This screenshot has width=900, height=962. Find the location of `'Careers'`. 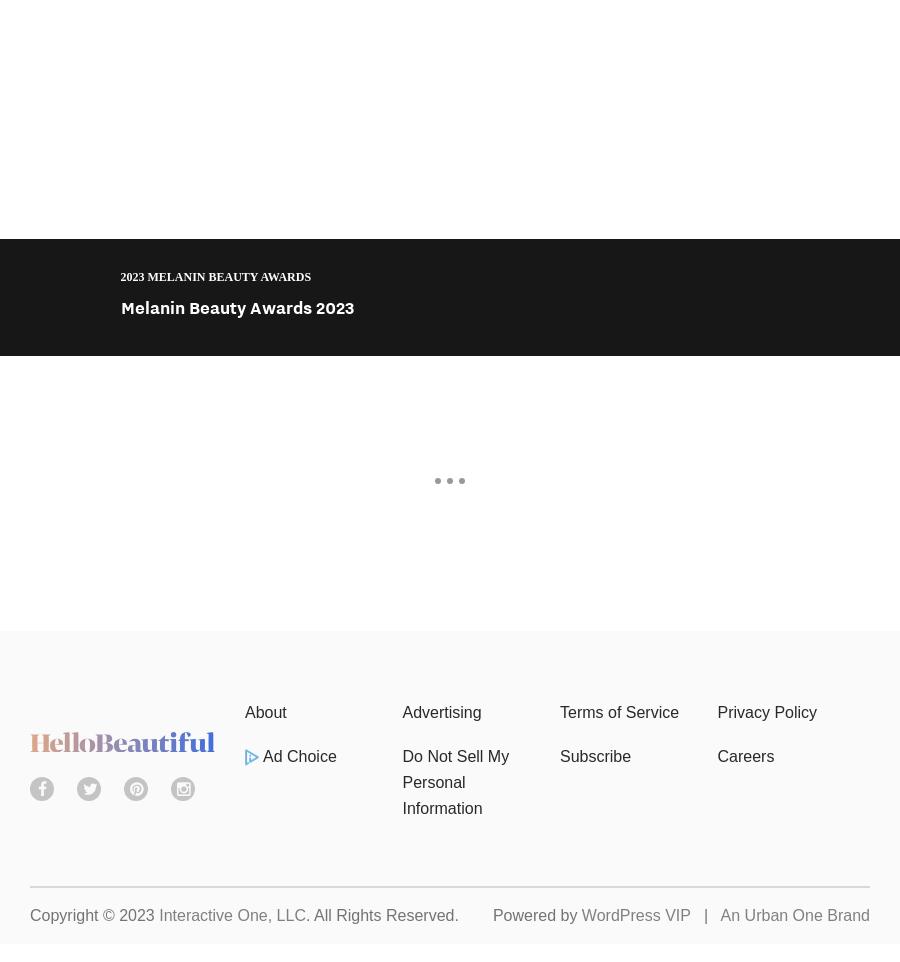

'Careers' is located at coordinates (744, 756).